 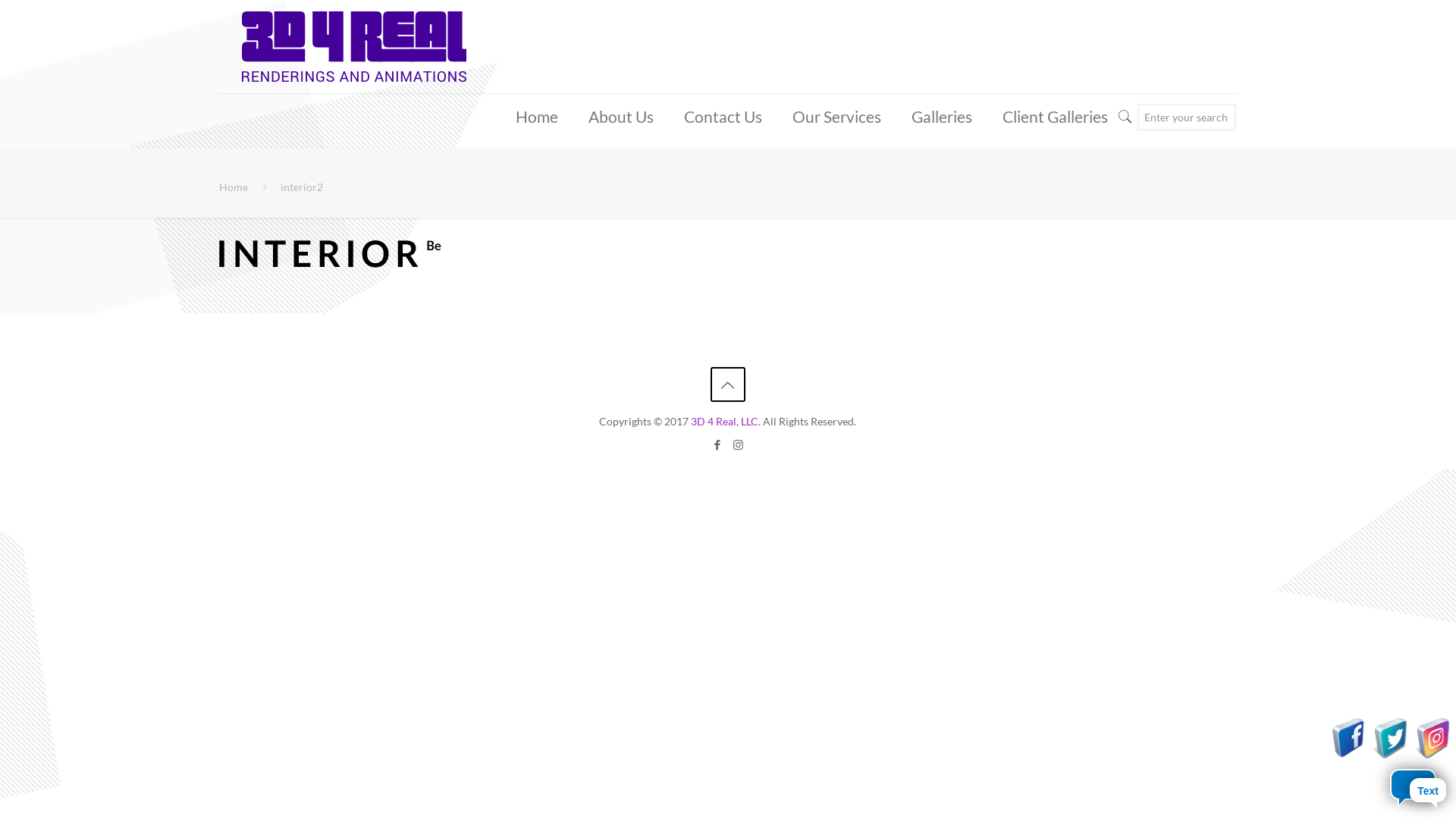 I want to click on '3D 4 Real, LLC', so click(x=690, y=421).